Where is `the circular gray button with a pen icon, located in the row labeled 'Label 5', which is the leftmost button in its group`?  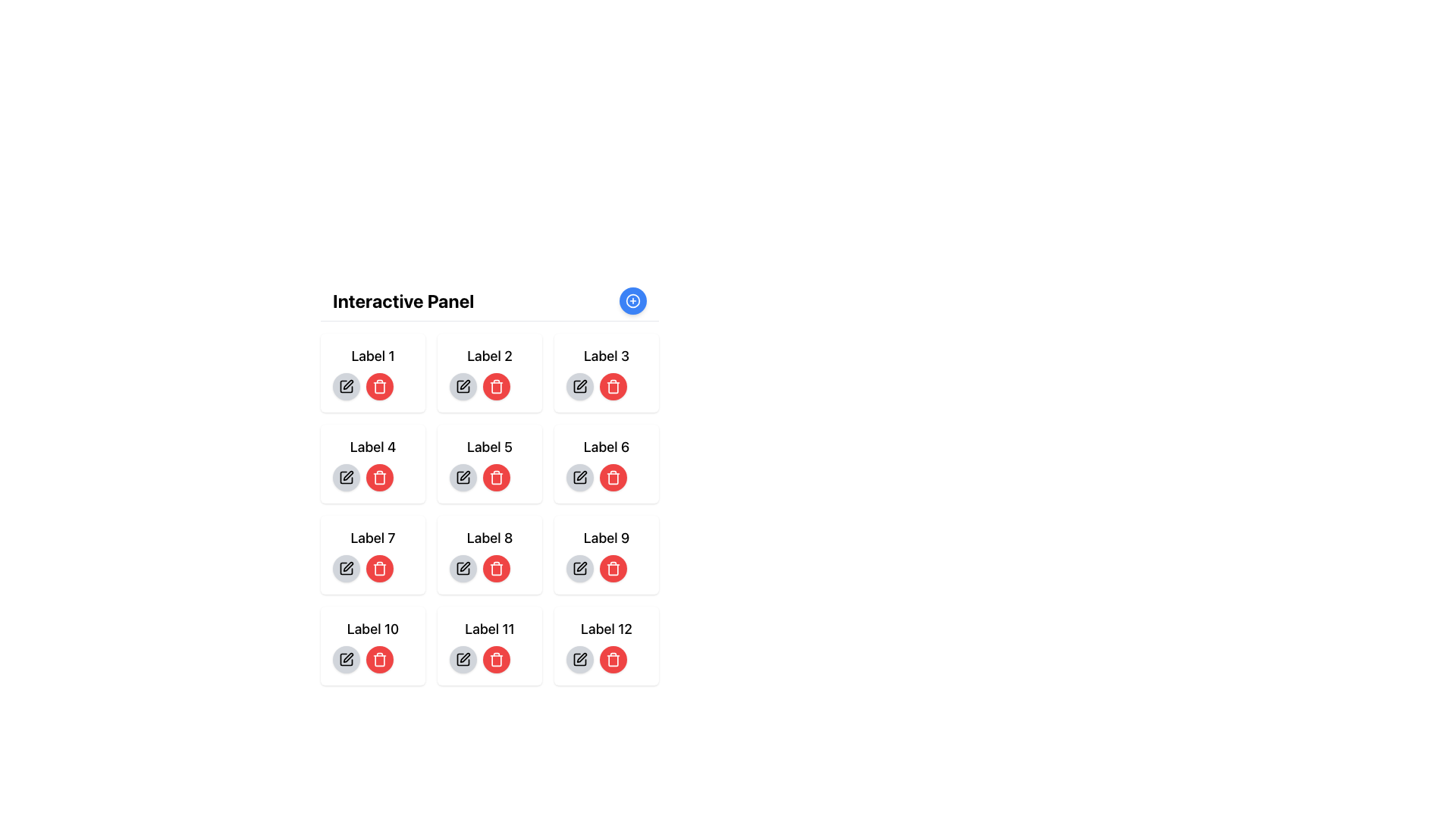
the circular gray button with a pen icon, located in the row labeled 'Label 5', which is the leftmost button in its group is located at coordinates (462, 476).